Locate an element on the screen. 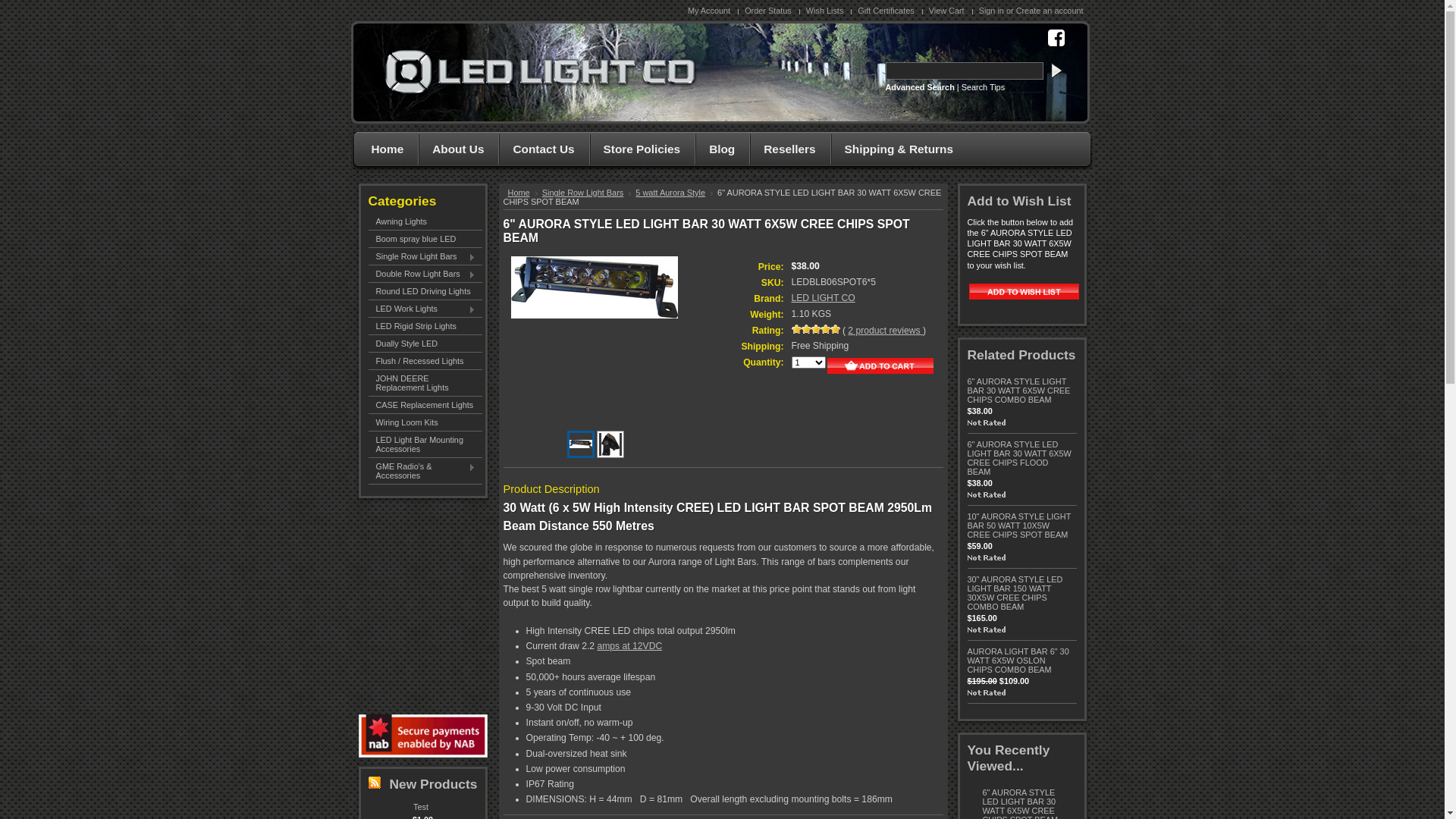 This screenshot has height=819, width=1456. 'About Us' is located at coordinates (453, 150).